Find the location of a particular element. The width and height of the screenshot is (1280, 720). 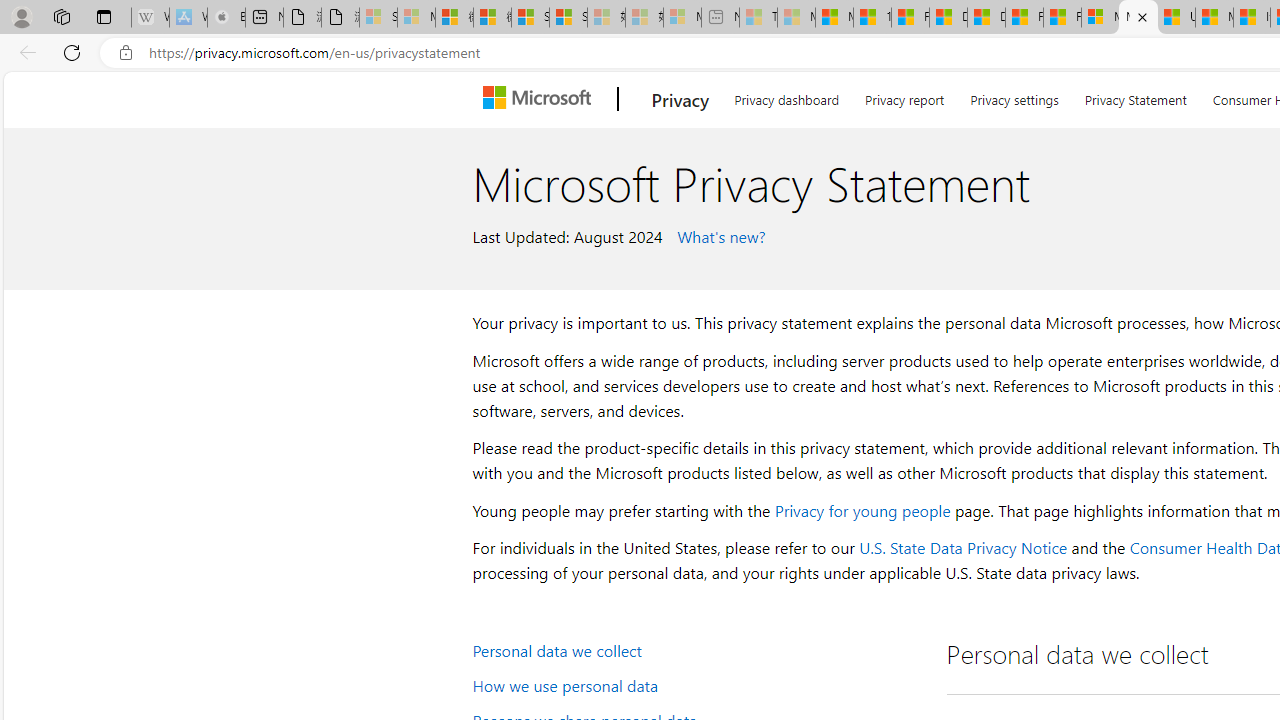

'Privacy settings' is located at coordinates (1015, 96).